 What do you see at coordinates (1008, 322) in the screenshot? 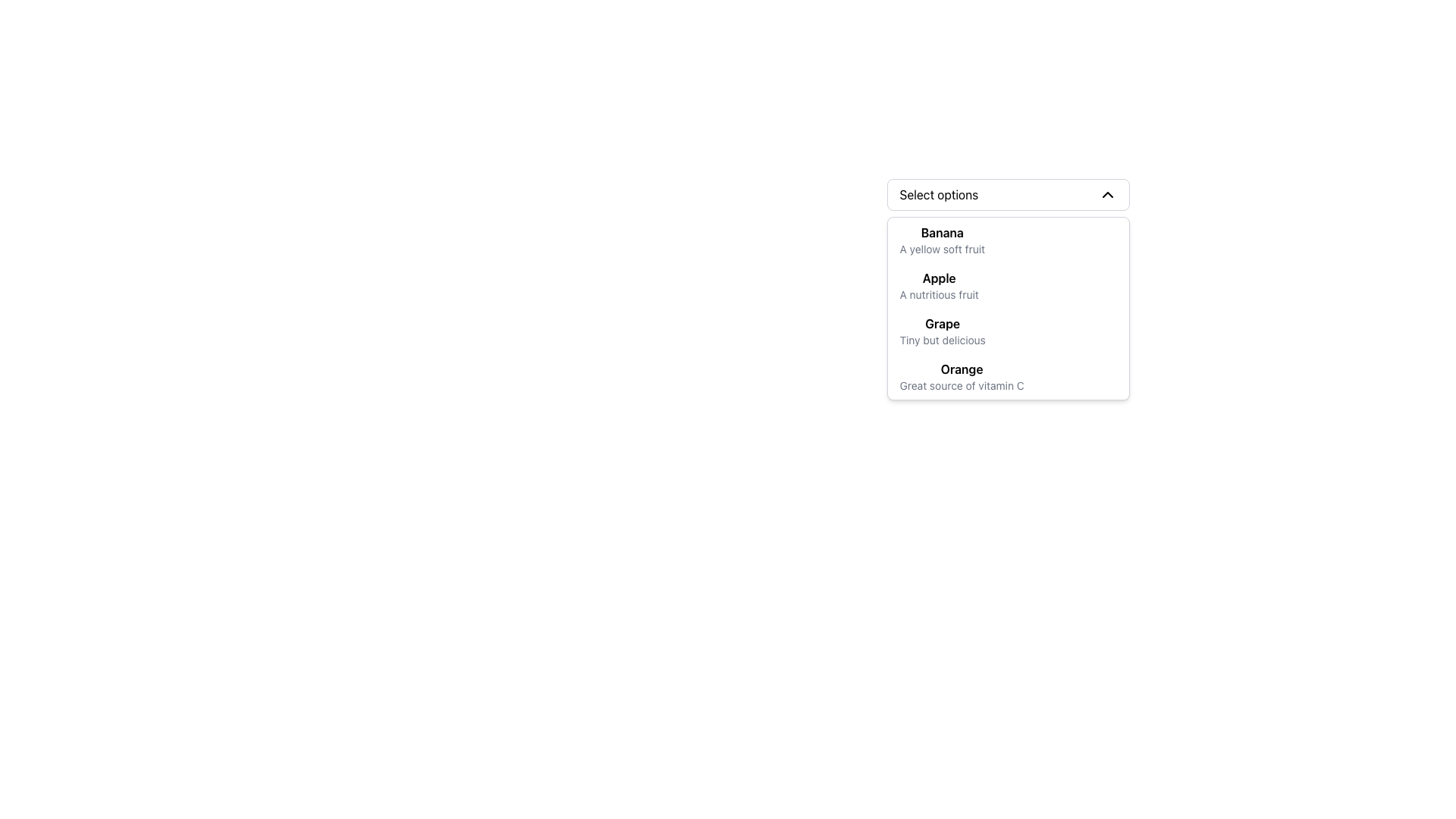
I see `to select the 'Grape' option from the dropdown menu, which is visually represented as the third option in the list, accompanied by the description 'Tiny but delicious'` at bounding box center [1008, 322].